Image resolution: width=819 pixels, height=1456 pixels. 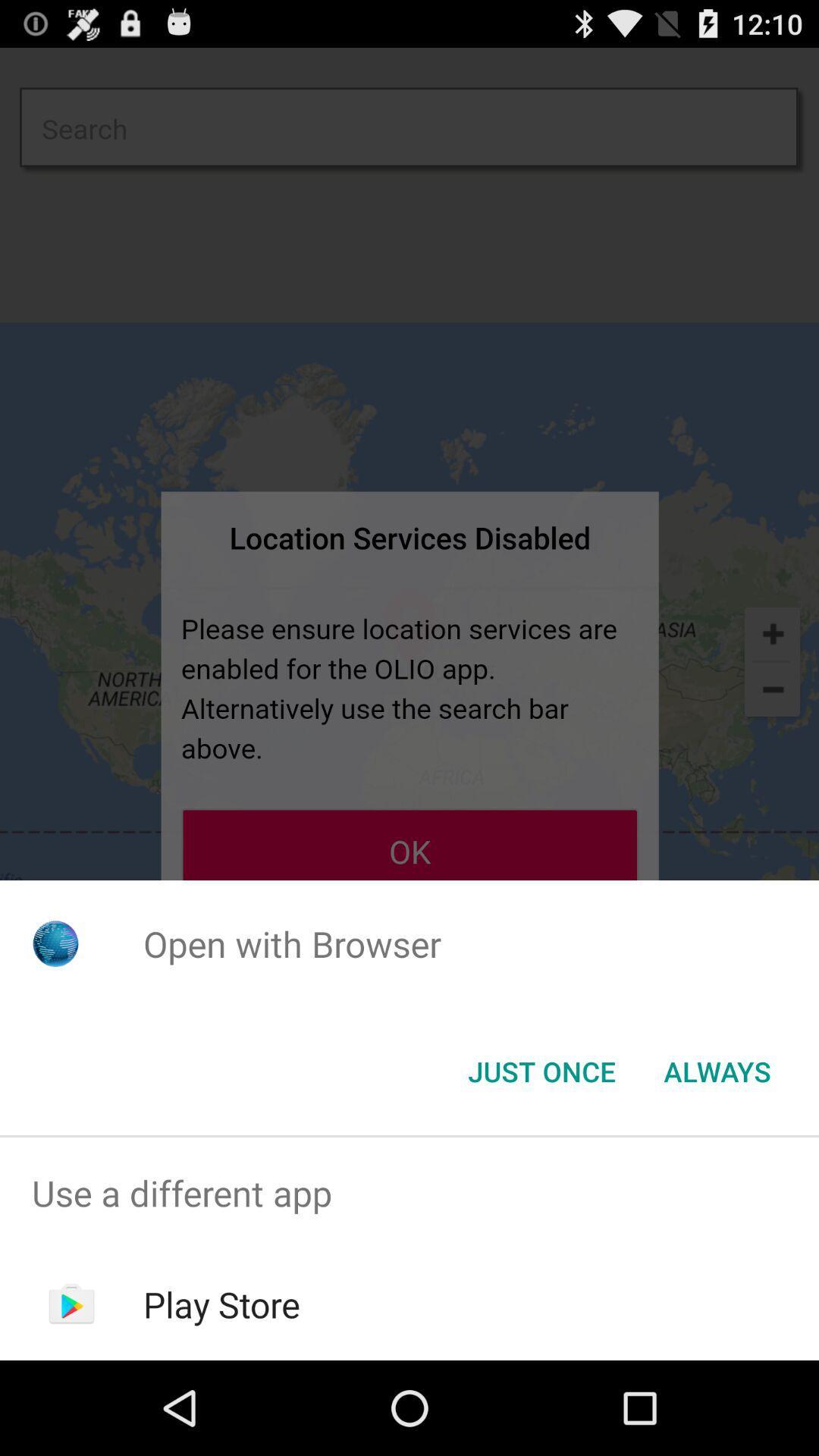 I want to click on just once, so click(x=541, y=1070).